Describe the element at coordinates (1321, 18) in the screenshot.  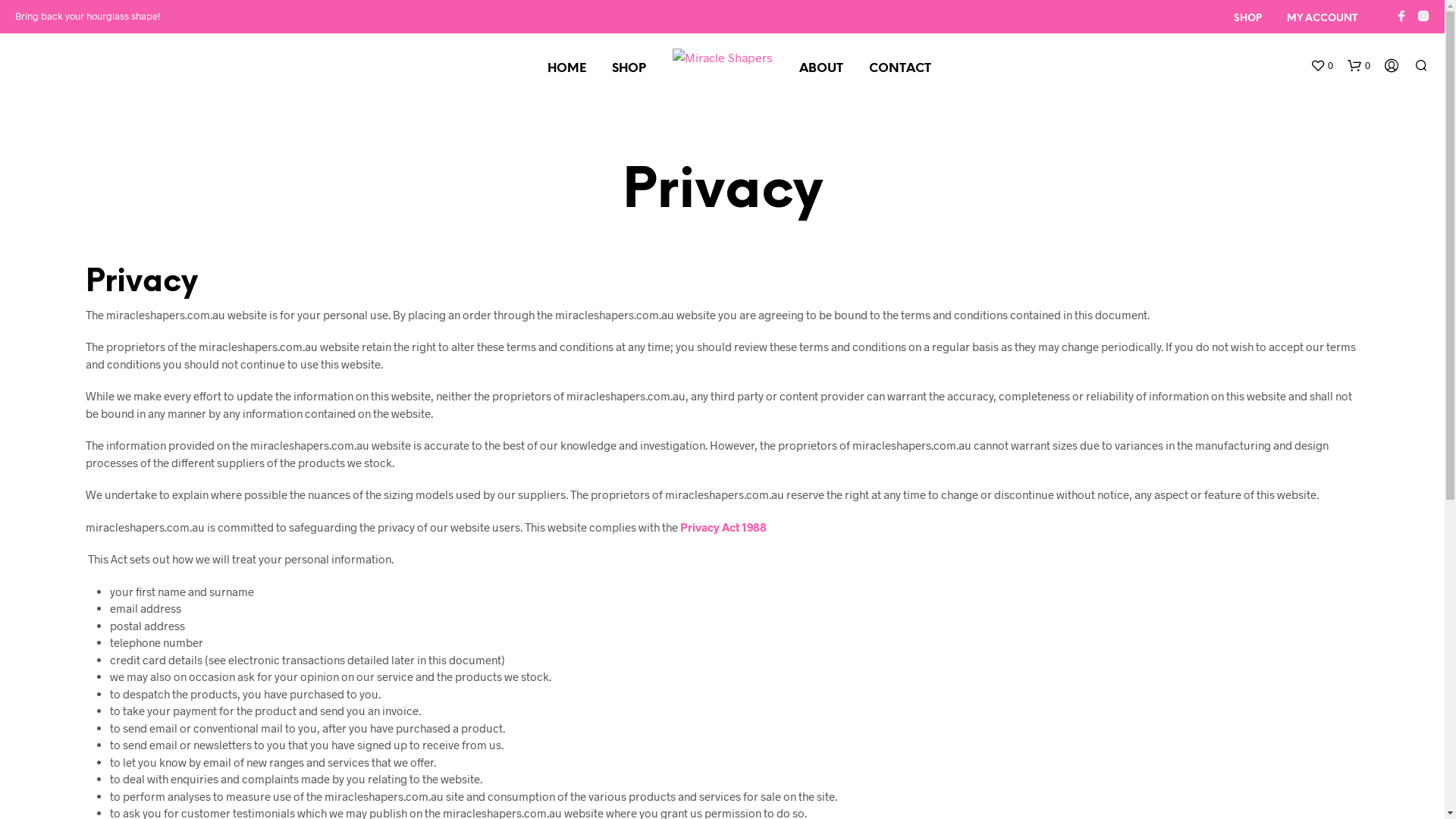
I see `'MY ACCOUNT'` at that location.